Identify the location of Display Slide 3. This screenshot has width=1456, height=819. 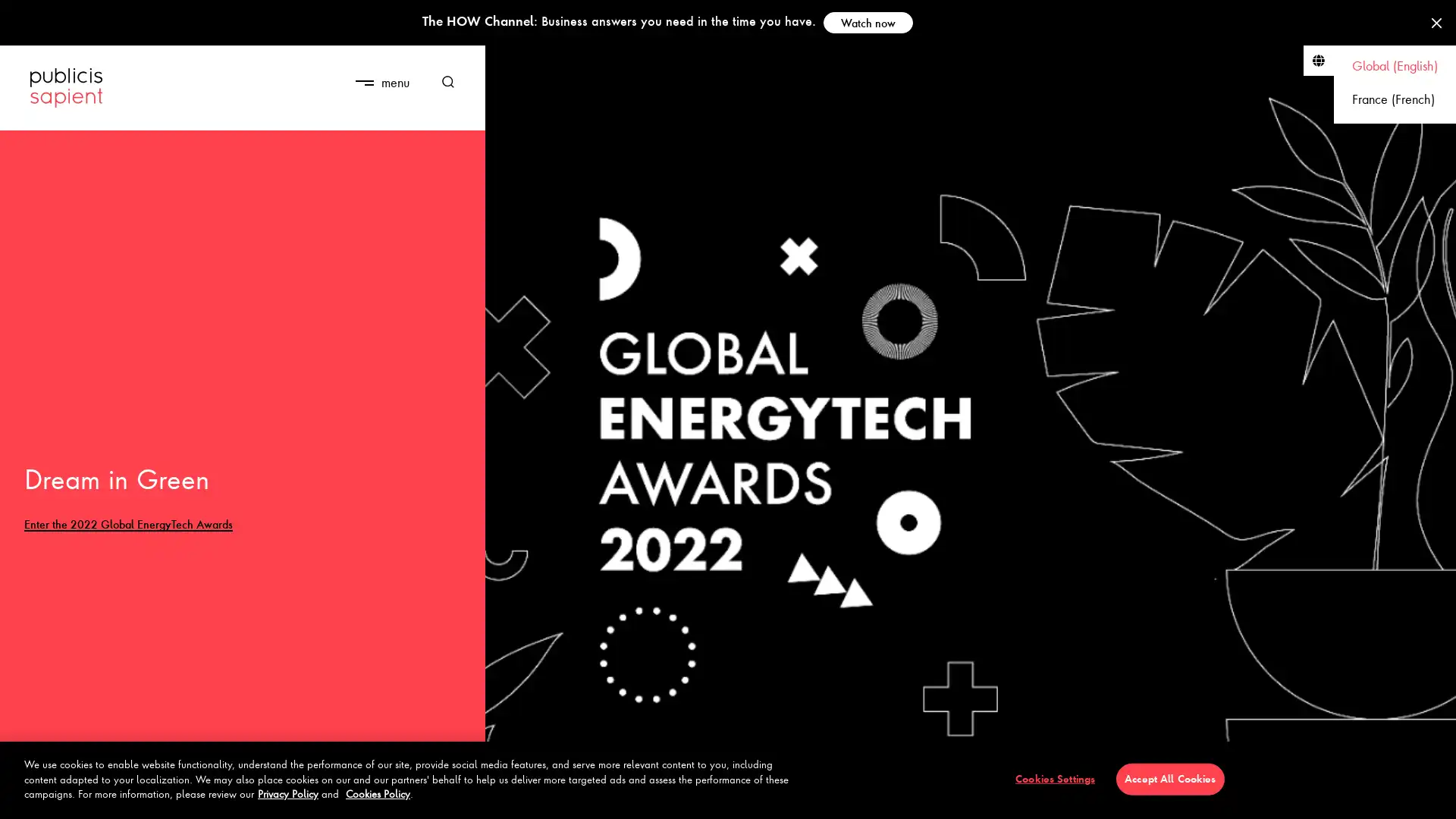
(91, 798).